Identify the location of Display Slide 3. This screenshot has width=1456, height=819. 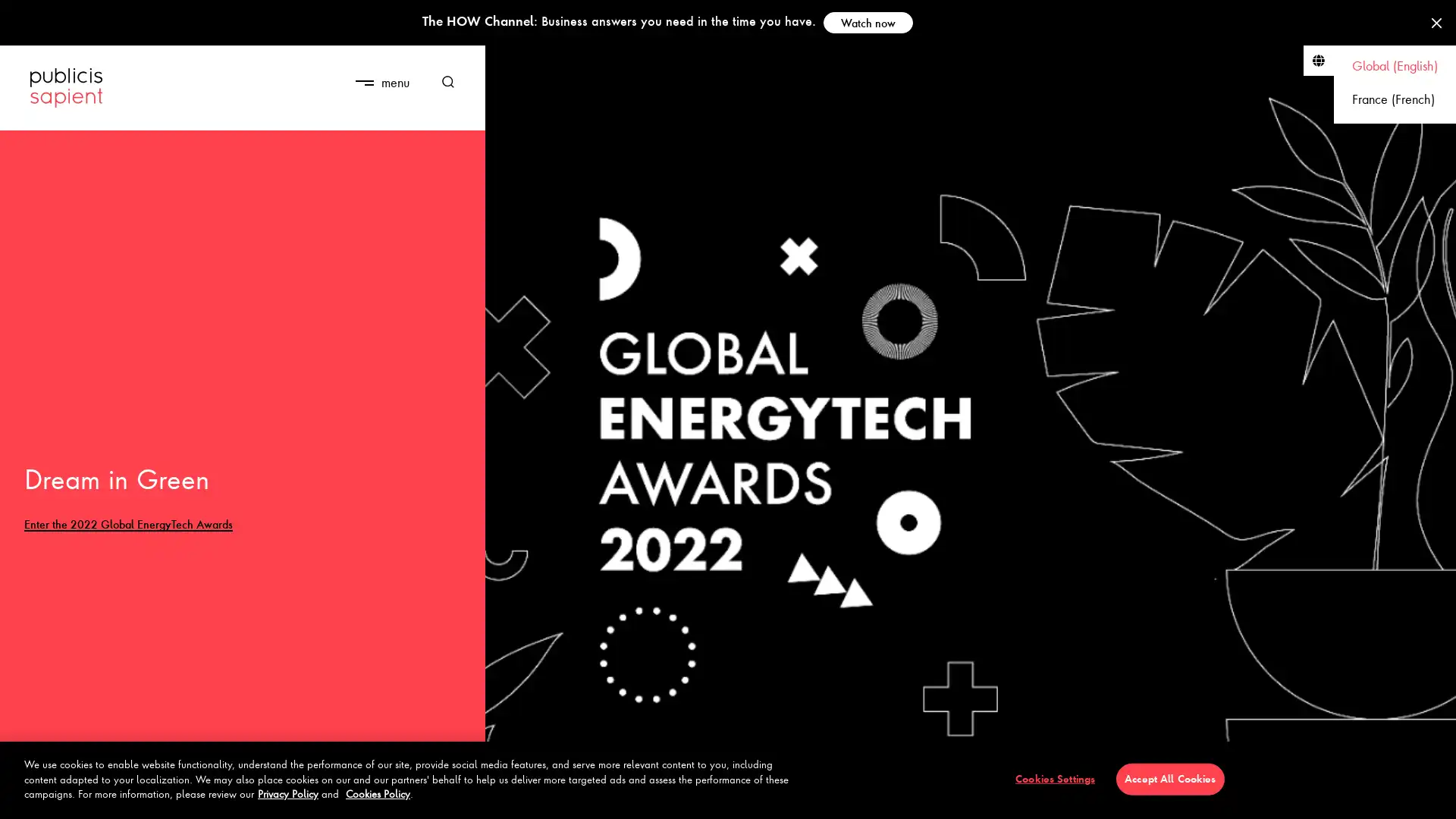
(91, 798).